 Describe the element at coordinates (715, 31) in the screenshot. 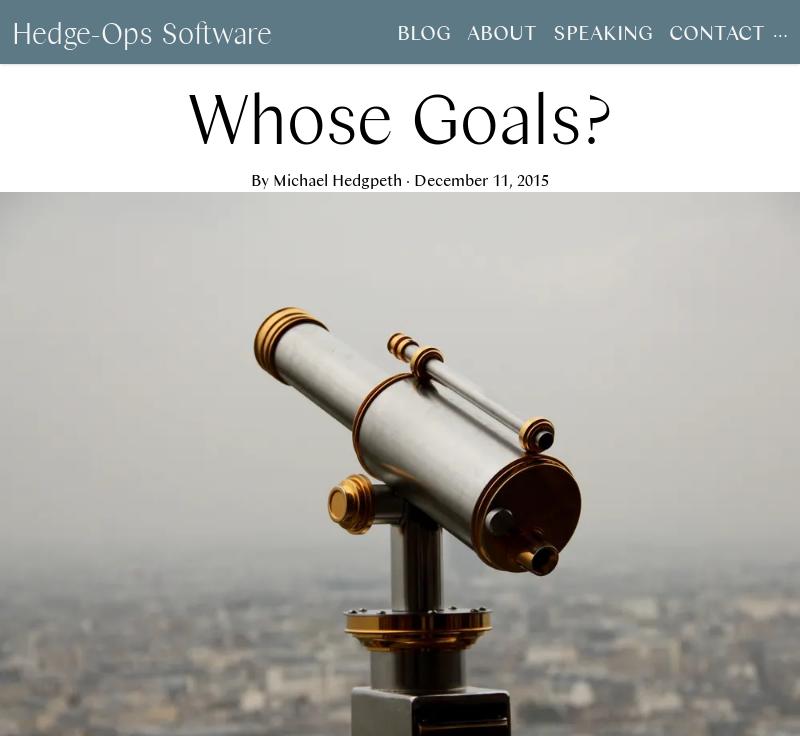

I see `'Contact'` at that location.